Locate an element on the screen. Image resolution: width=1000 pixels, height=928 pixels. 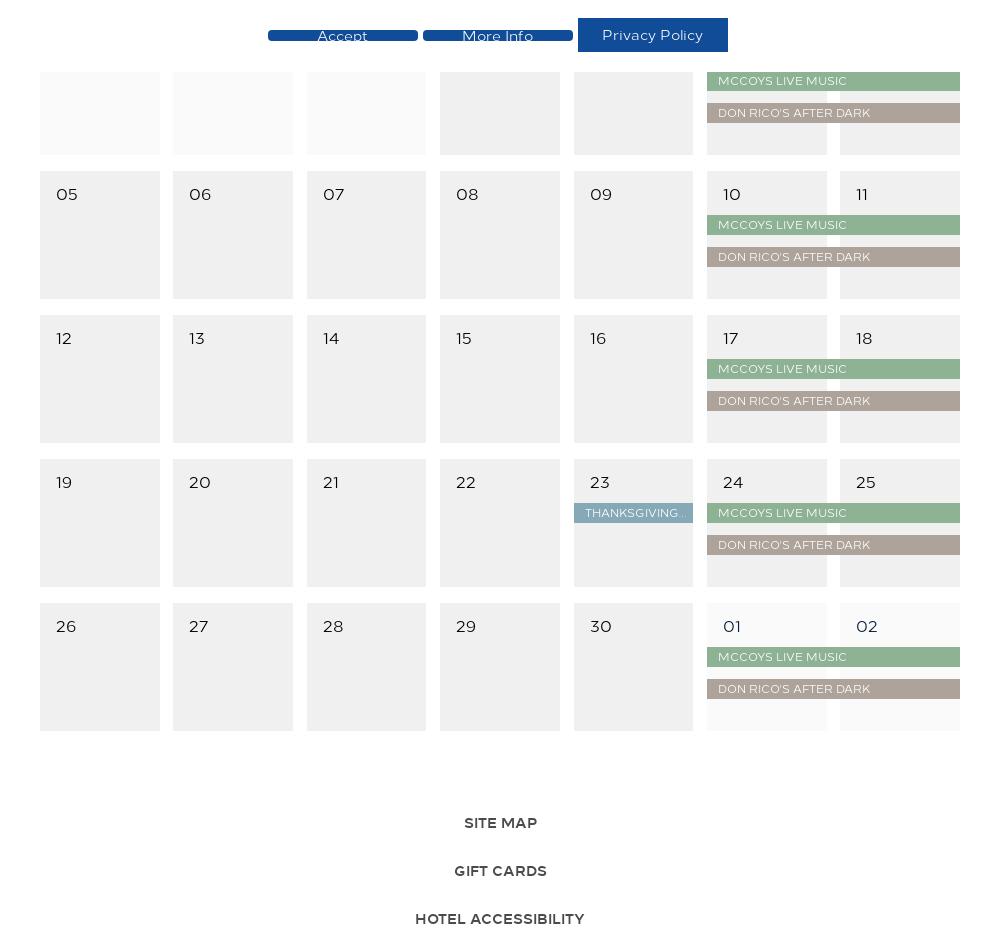
'Privacy Policy' is located at coordinates (652, 32).